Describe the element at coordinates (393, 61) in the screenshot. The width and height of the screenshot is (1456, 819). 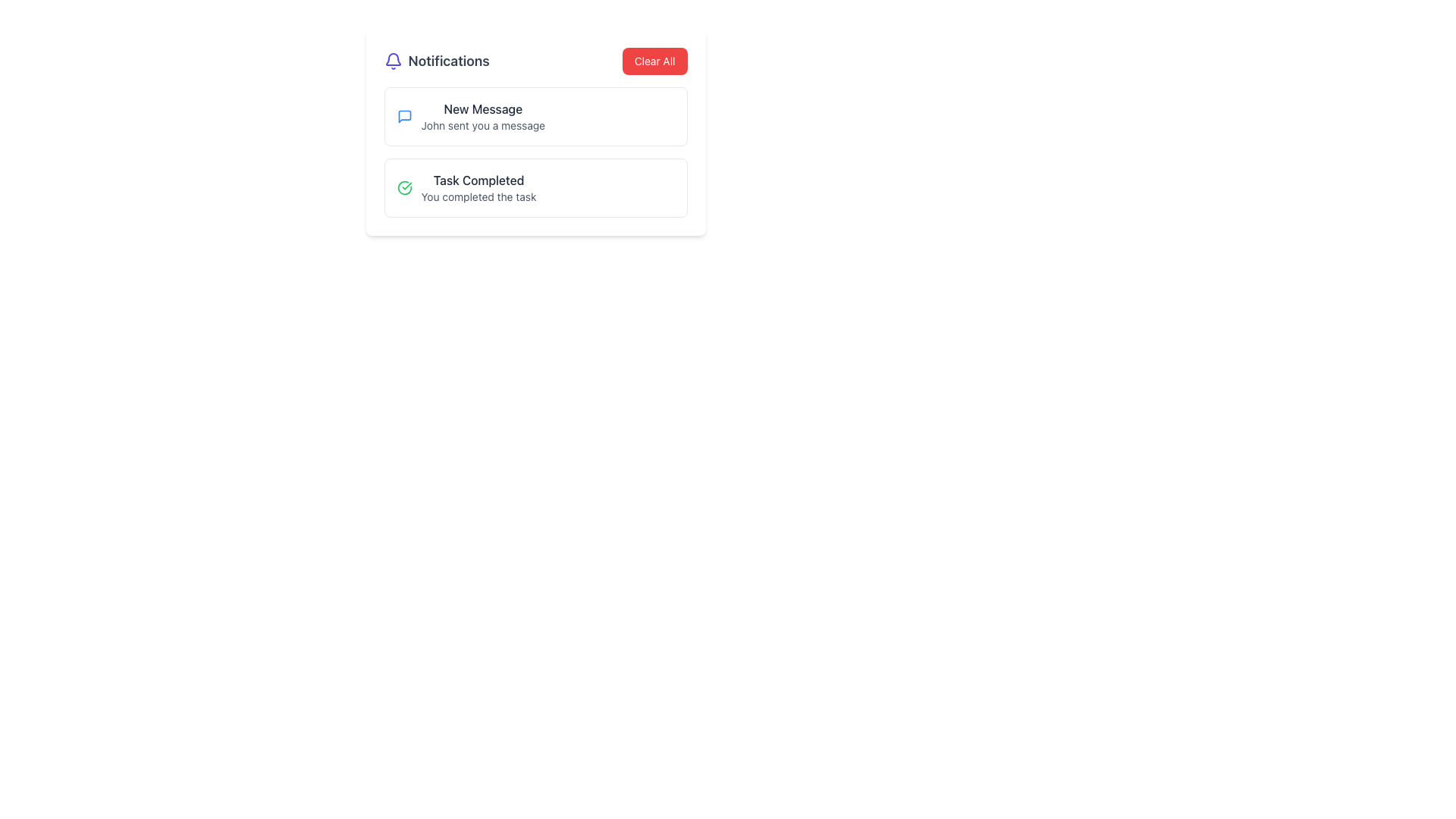
I see `the notification icon located to the left of the 'Notifications' section title` at that location.